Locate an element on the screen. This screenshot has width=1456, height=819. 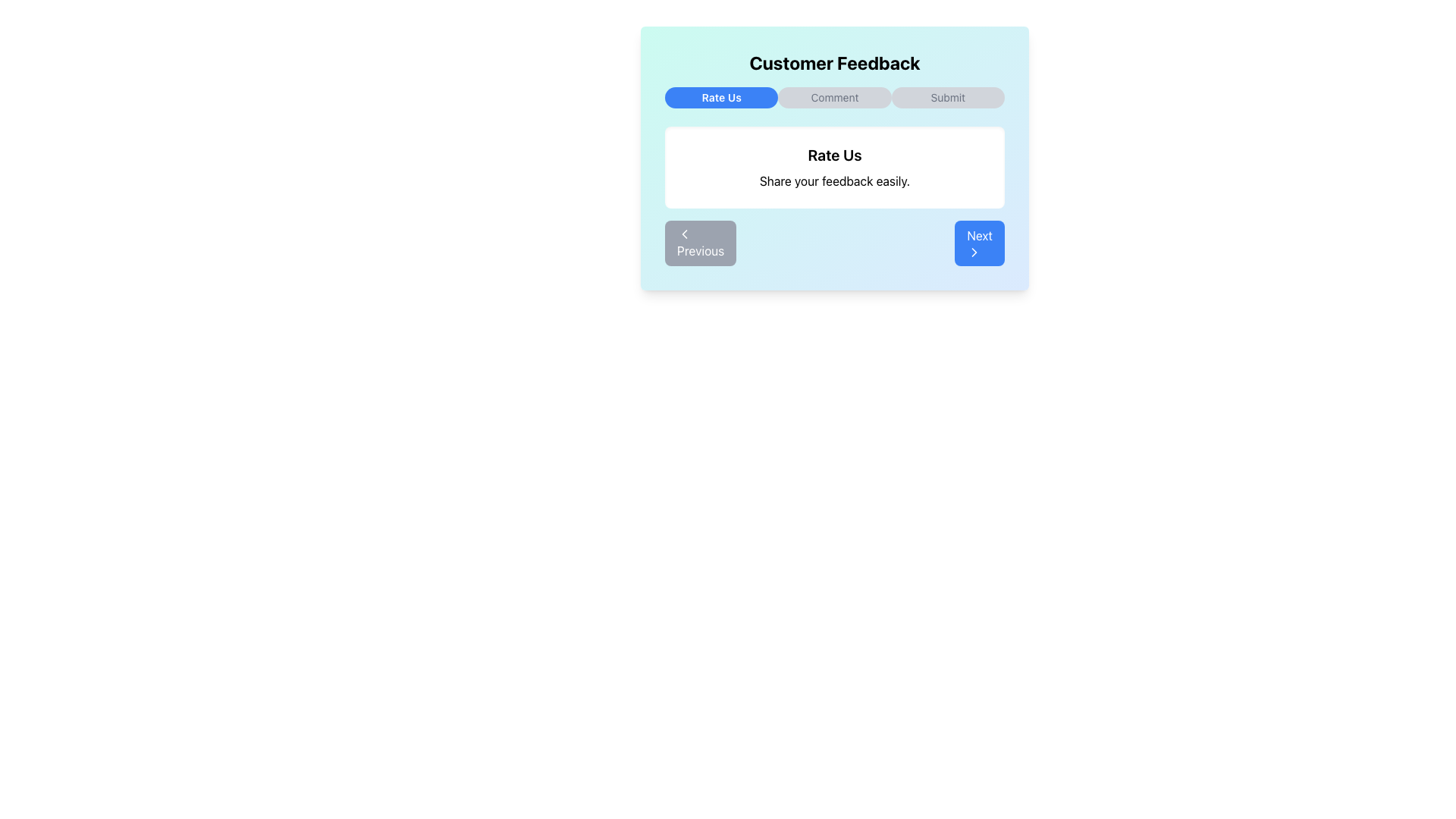
the 'Comment' button in the button group located beneath the 'Customer Feedback' title is located at coordinates (833, 97).